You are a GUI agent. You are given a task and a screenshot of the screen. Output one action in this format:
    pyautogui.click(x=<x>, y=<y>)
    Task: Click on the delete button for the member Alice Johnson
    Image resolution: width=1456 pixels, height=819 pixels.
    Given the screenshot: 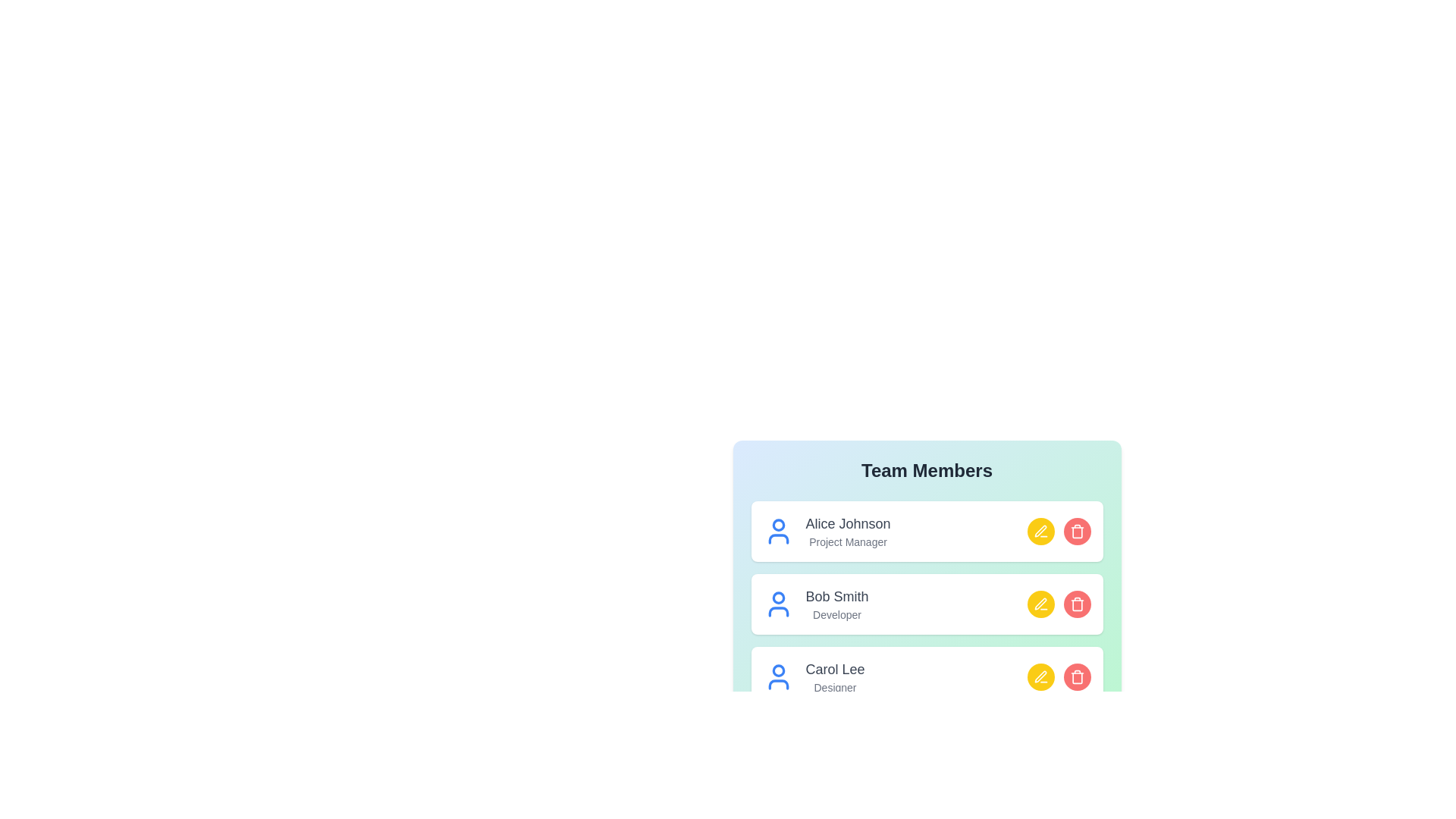 What is the action you would take?
    pyautogui.click(x=1076, y=531)
    